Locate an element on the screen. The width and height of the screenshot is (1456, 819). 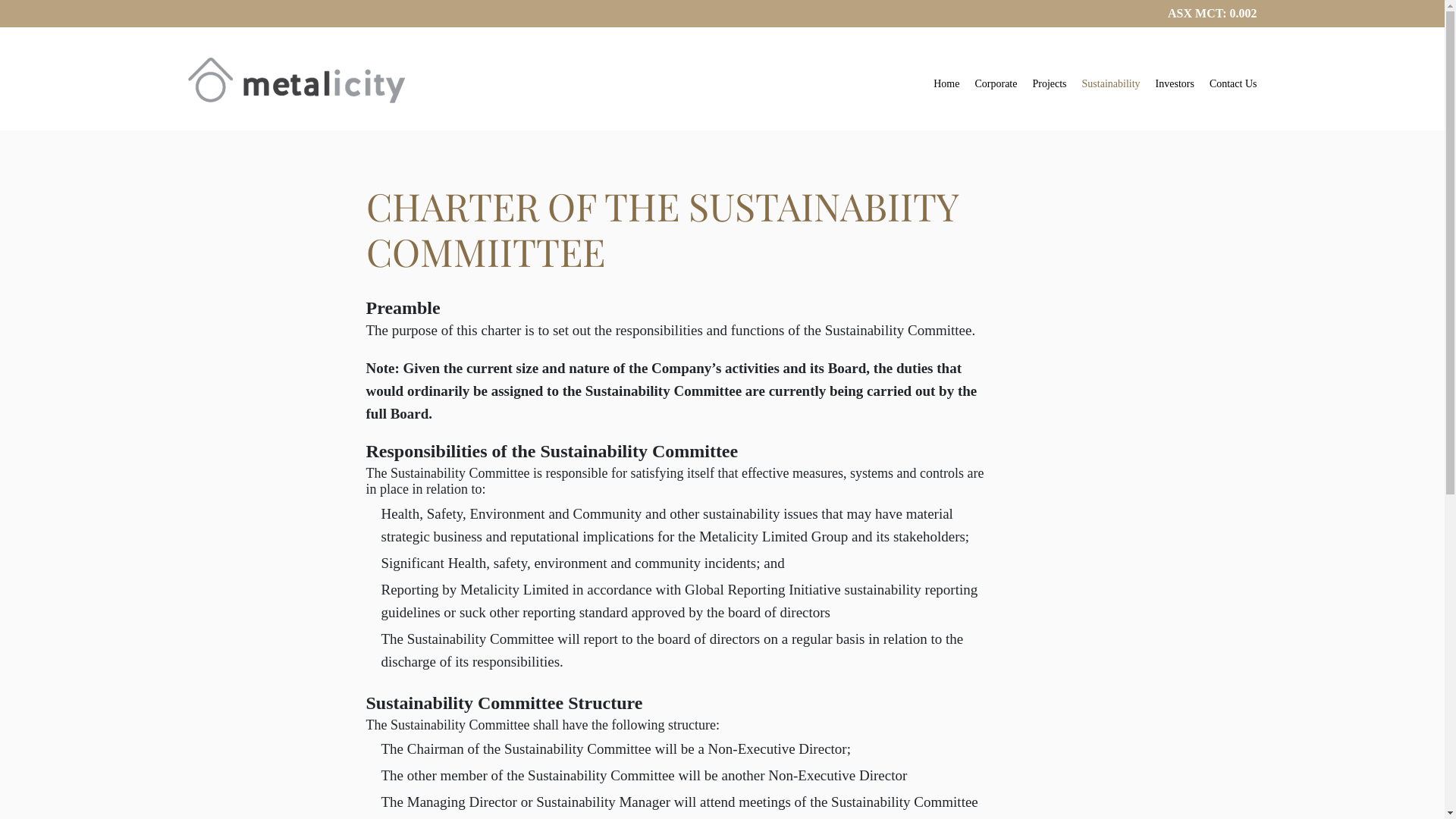
'Sustainability' is located at coordinates (1111, 87).